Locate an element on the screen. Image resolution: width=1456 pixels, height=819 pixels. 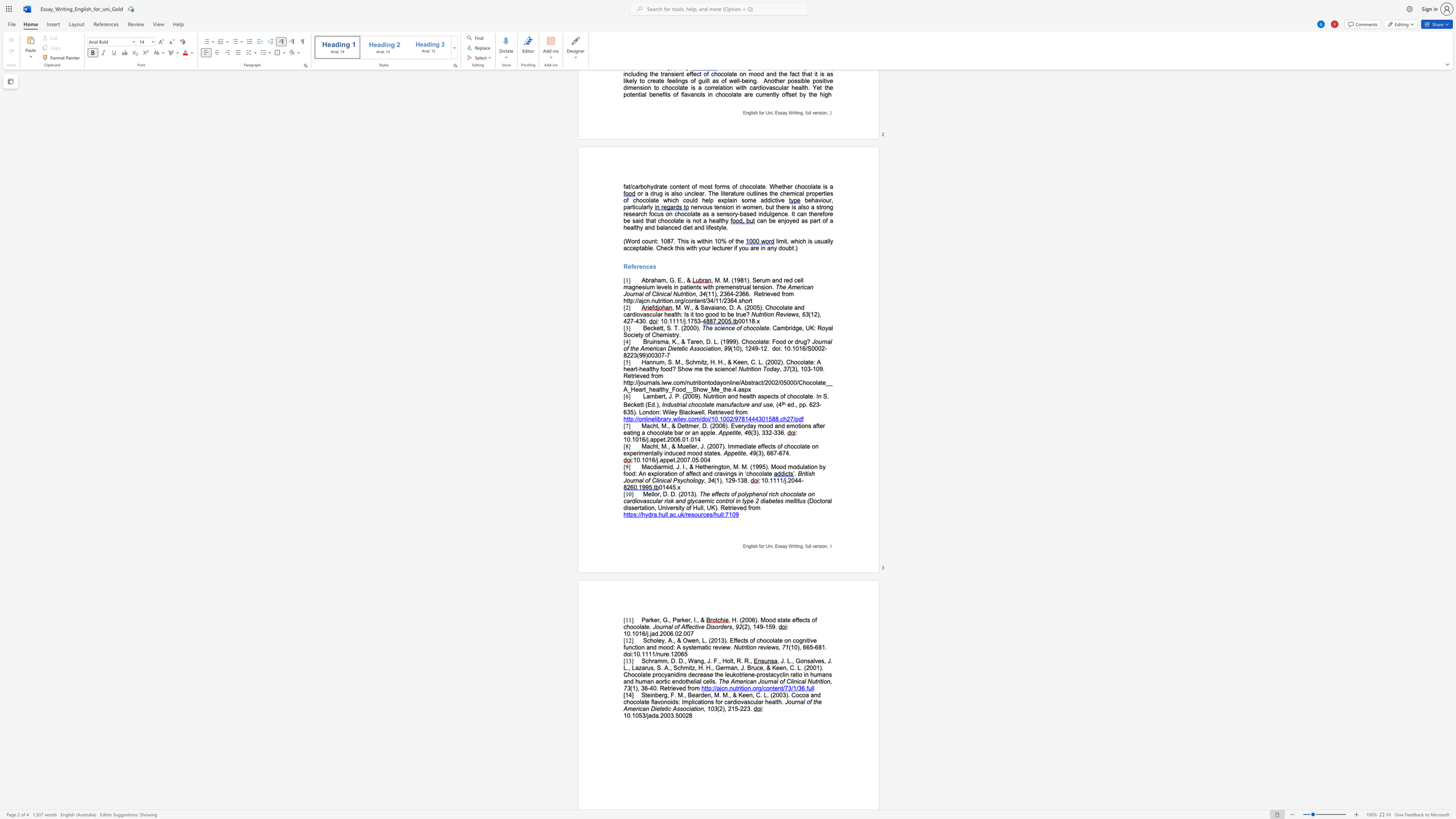
the subset text "den, M. M., & Keen, C. L. (2003). Cocoa and chocolate flavonoids: Implicati" within the text "Steinberg, F. M., Bearden, M. M., & Keen, C. L. (2003). Cocoa and chocolate flavonoids: Implications for cardiovascular health." is located at coordinates (700, 694).